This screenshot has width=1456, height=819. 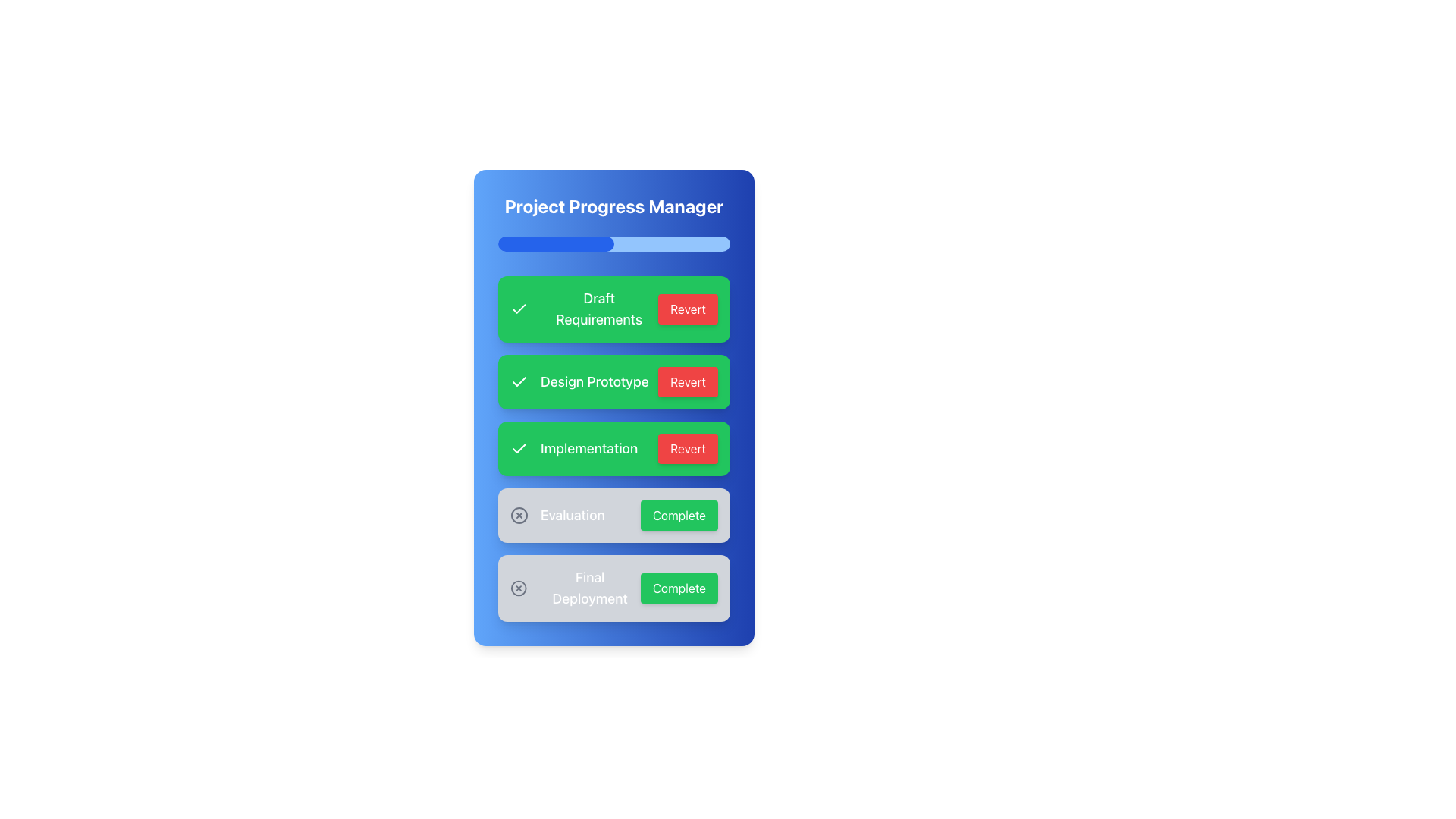 What do you see at coordinates (648, 243) in the screenshot?
I see `progress bar` at bounding box center [648, 243].